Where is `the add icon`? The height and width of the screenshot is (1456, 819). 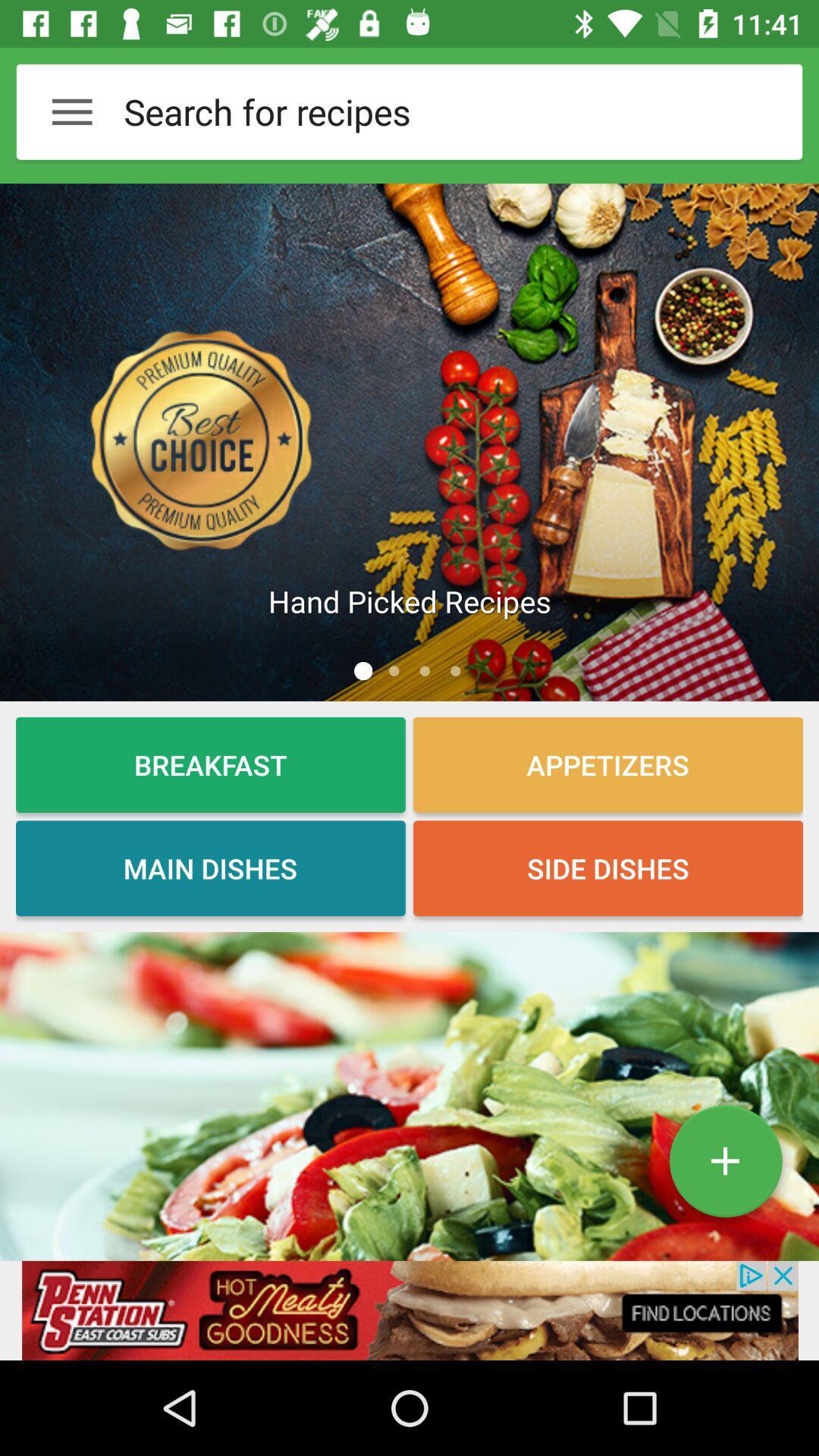 the add icon is located at coordinates (724, 1166).